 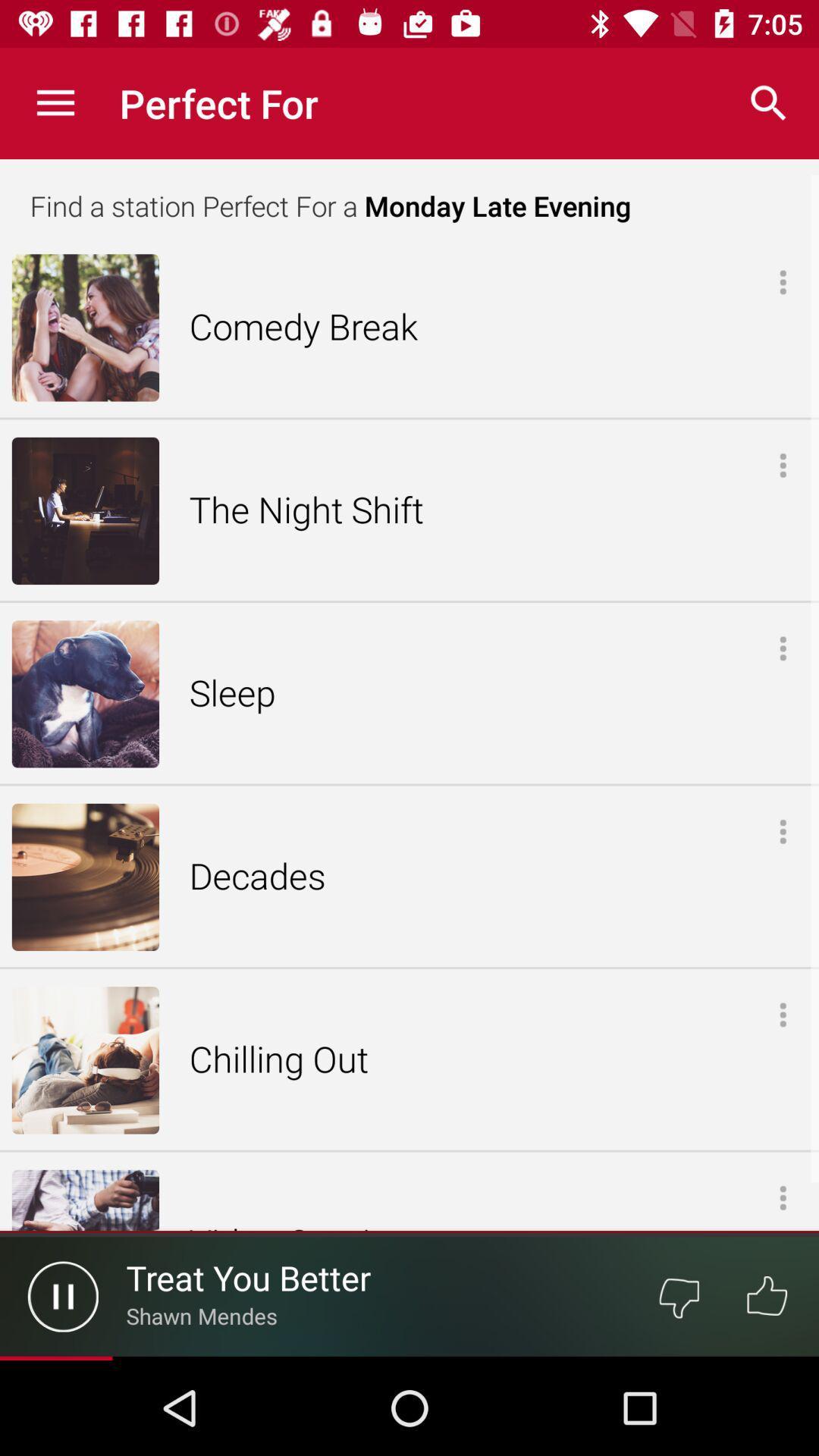 What do you see at coordinates (678, 1295) in the screenshot?
I see `dislike button at the bottom` at bounding box center [678, 1295].